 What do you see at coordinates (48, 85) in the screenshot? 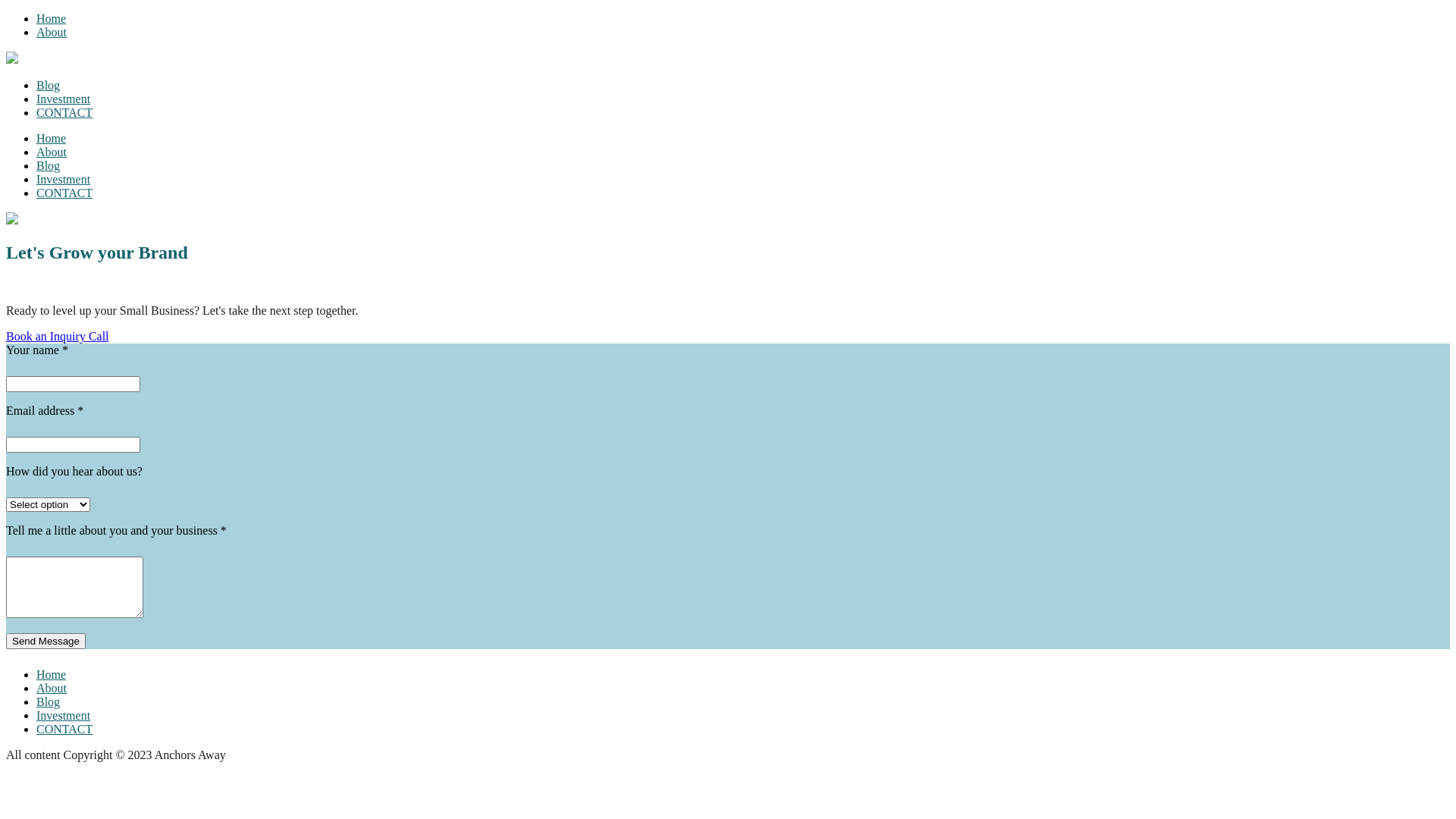
I see `'Blog'` at bounding box center [48, 85].